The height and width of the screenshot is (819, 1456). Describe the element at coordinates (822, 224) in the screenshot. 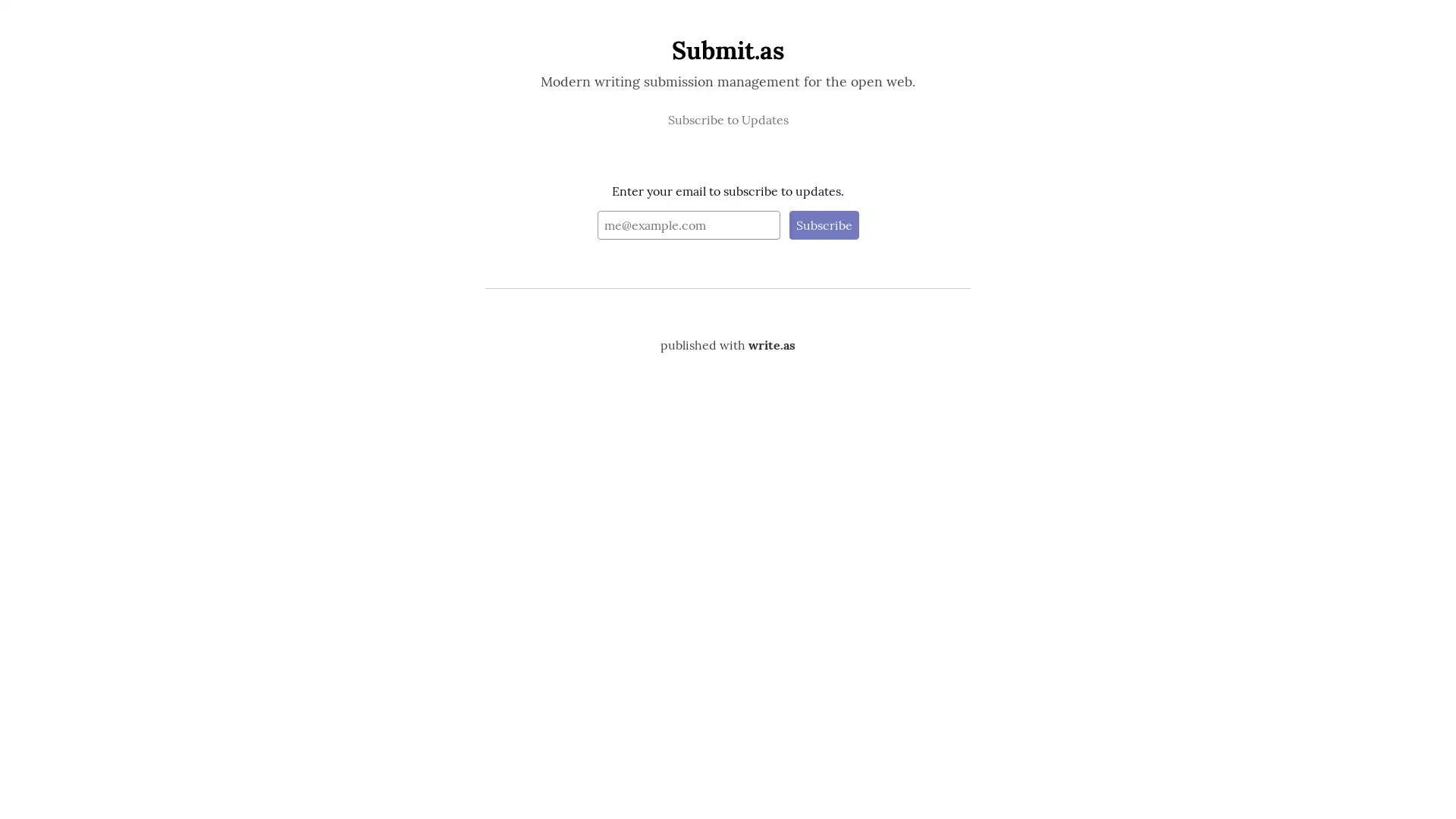

I see `Subscribe` at that location.